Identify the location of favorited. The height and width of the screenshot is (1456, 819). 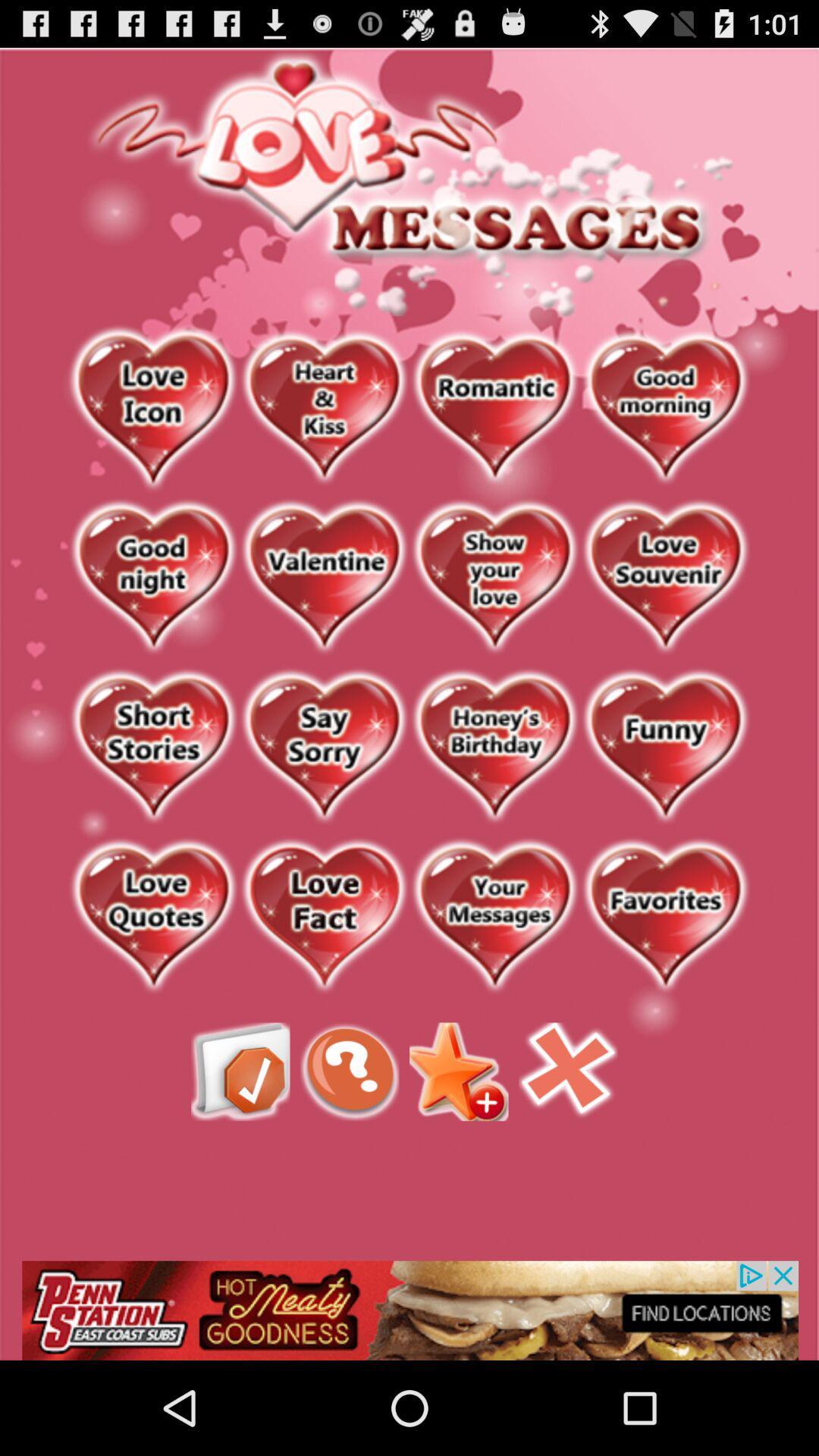
(153, 916).